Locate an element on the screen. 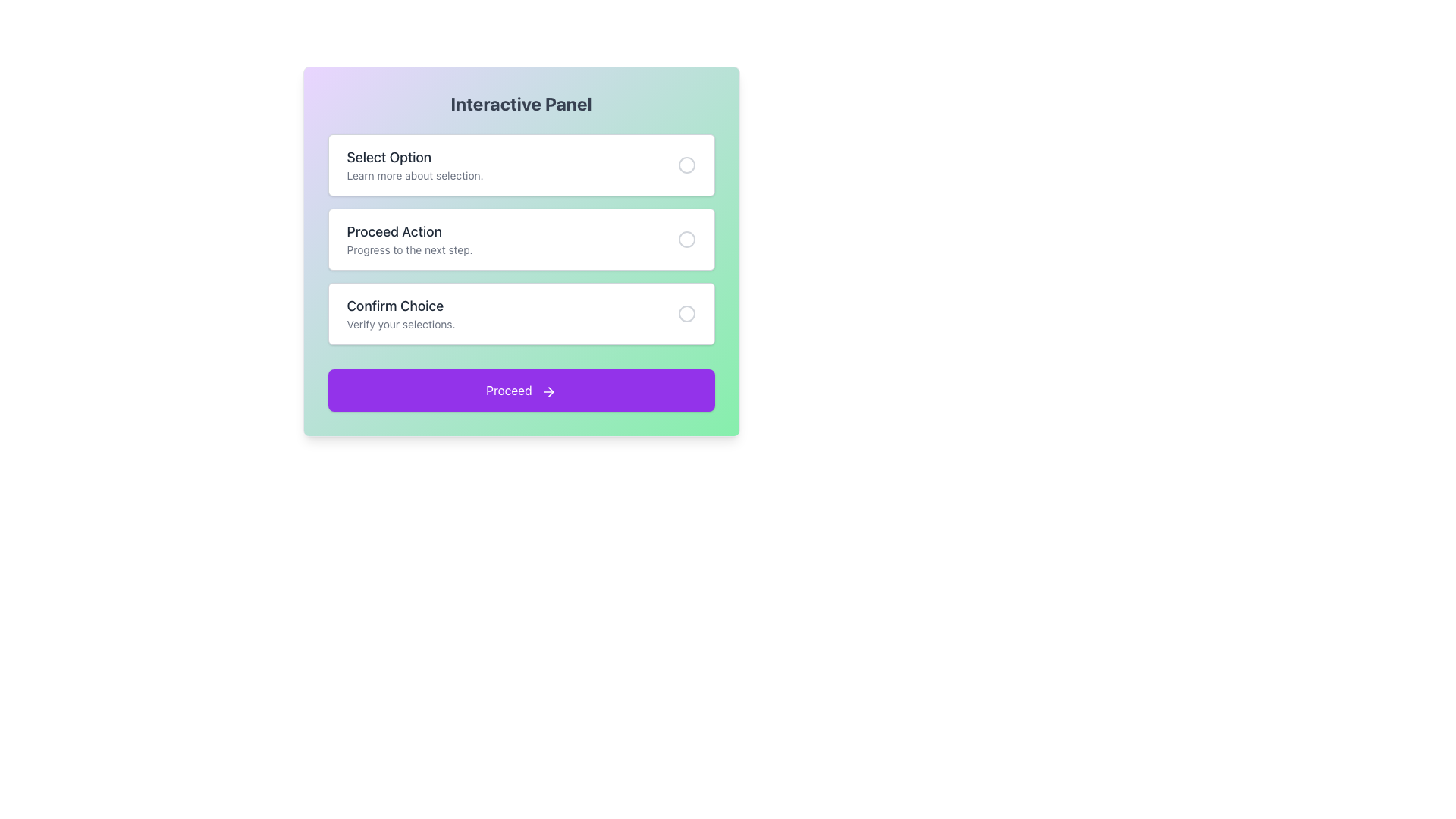  the circular selection indicator for the 'Select Option' is located at coordinates (686, 165).